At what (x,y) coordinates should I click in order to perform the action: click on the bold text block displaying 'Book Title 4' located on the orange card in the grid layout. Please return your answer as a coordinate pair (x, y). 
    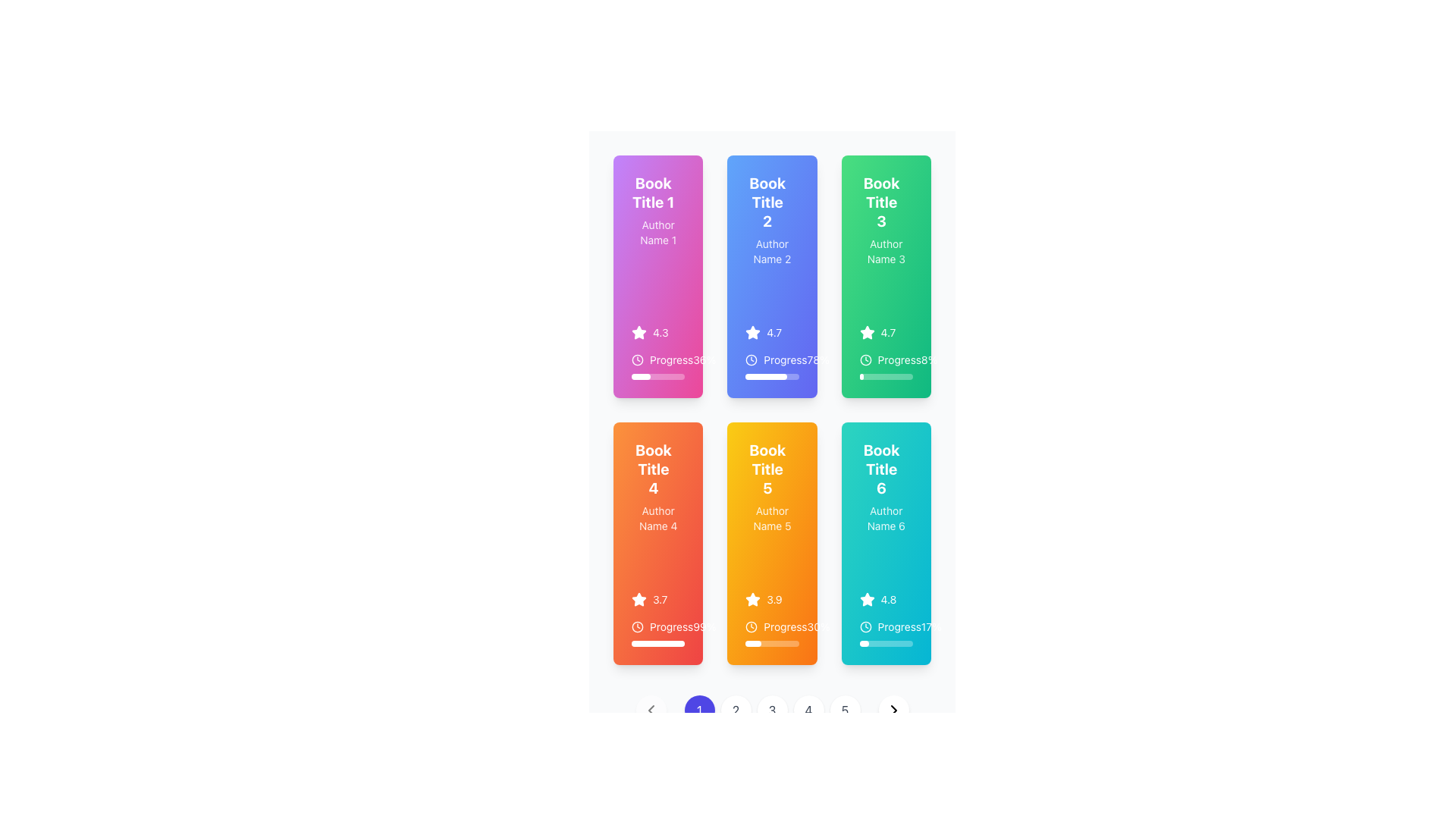
    Looking at the image, I should click on (653, 468).